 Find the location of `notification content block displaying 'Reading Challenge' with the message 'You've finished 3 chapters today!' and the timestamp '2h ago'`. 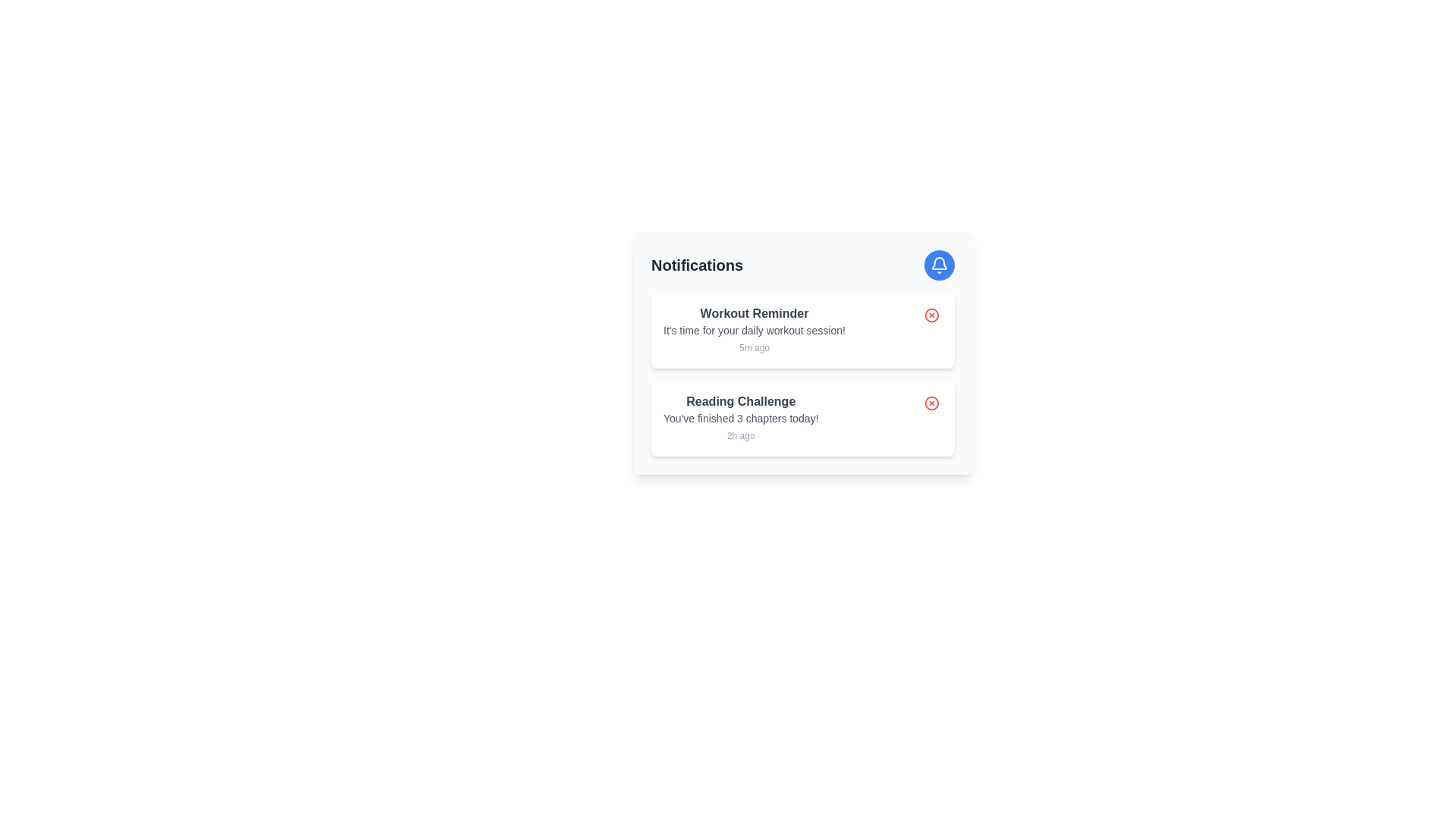

notification content block displaying 'Reading Challenge' with the message 'You've finished 3 chapters today!' and the timestamp '2h ago' is located at coordinates (741, 418).